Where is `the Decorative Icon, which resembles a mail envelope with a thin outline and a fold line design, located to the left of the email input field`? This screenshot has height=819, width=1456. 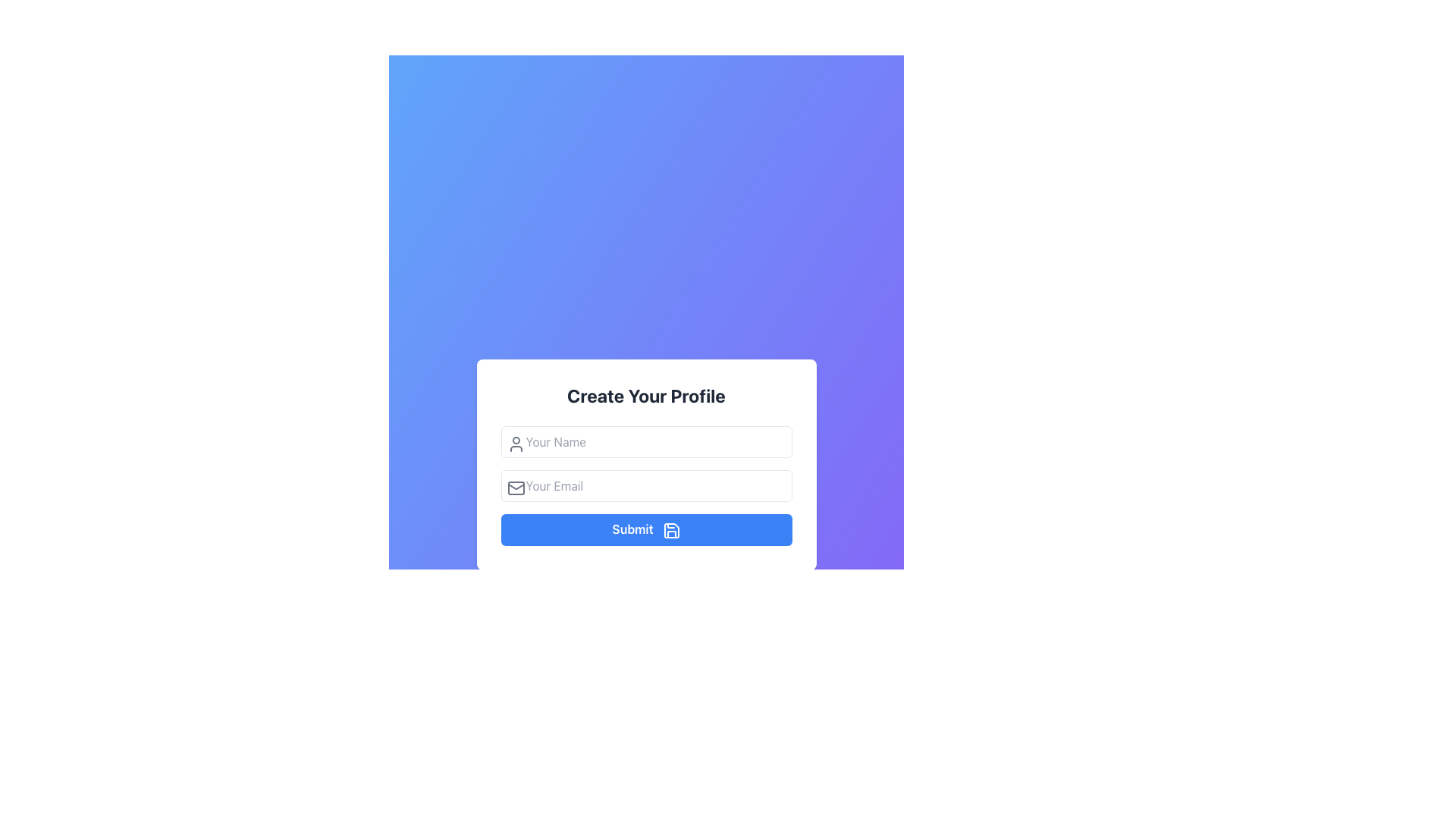 the Decorative Icon, which resembles a mail envelope with a thin outline and a fold line design, located to the left of the email input field is located at coordinates (516, 488).